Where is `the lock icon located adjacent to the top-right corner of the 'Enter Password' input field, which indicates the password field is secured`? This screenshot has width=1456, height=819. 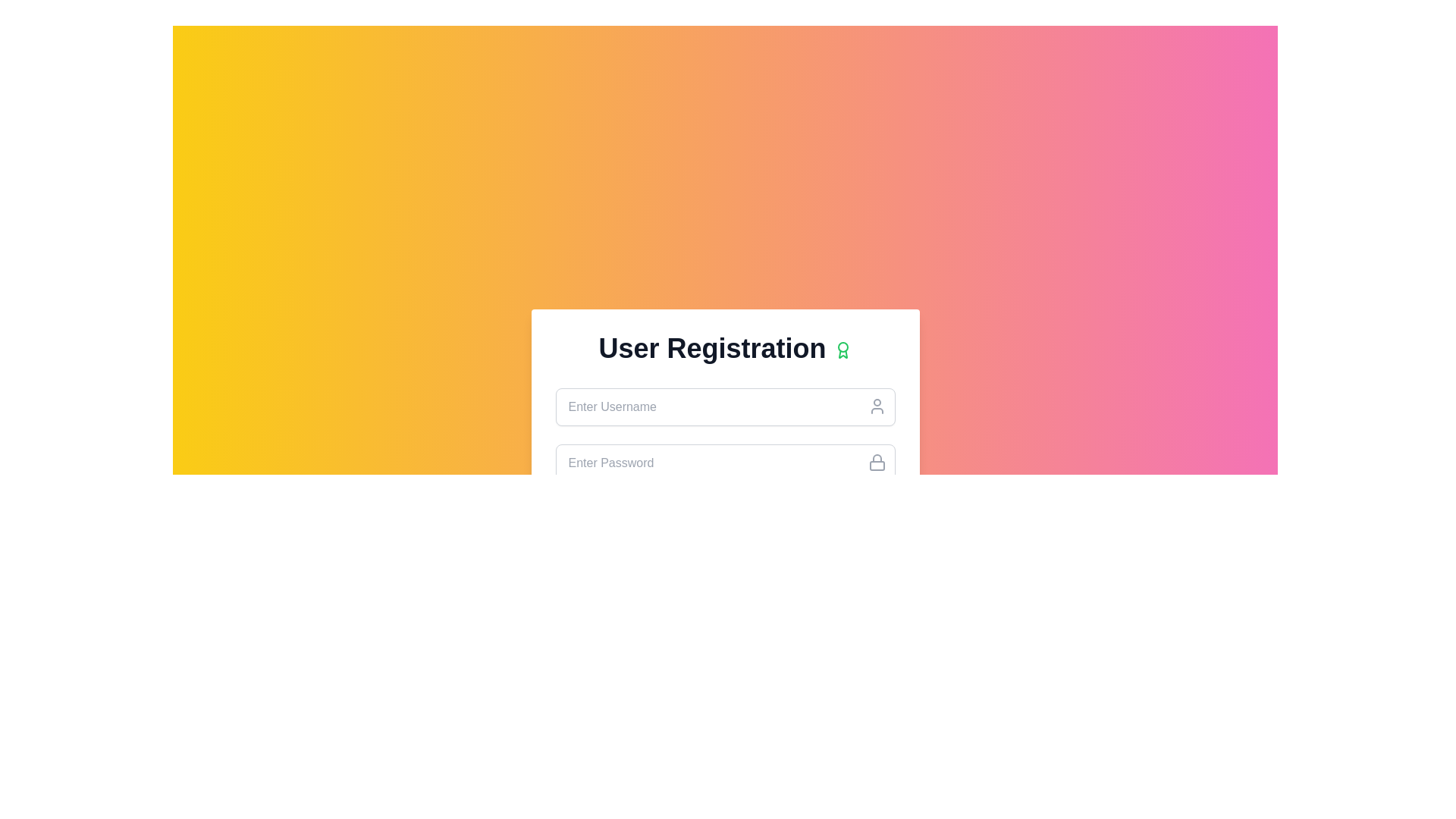 the lock icon located adjacent to the top-right corner of the 'Enter Password' input field, which indicates the password field is secured is located at coordinates (877, 461).